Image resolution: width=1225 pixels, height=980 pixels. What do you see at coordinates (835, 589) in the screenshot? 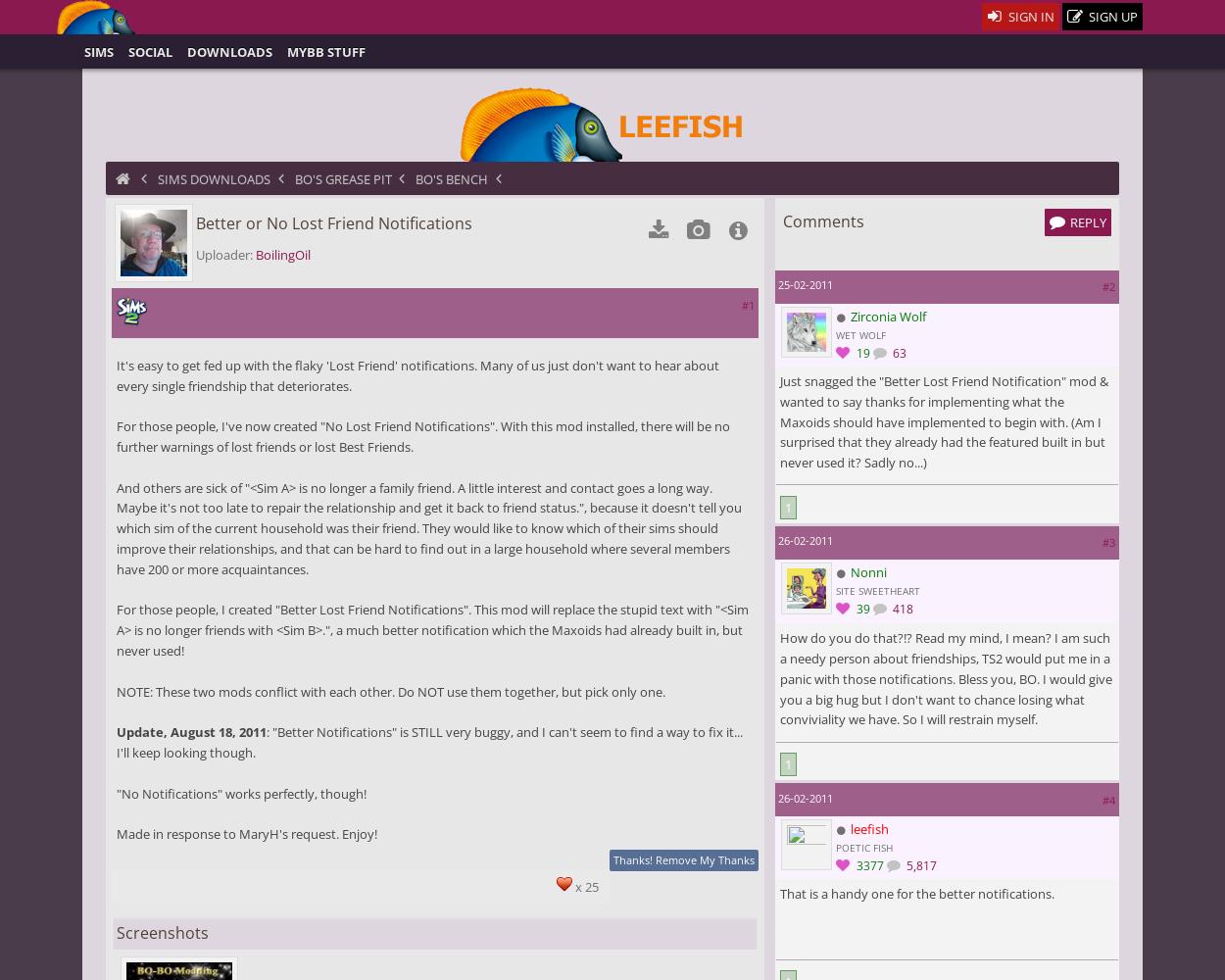
I see `'Site Sweetheart'` at bounding box center [835, 589].